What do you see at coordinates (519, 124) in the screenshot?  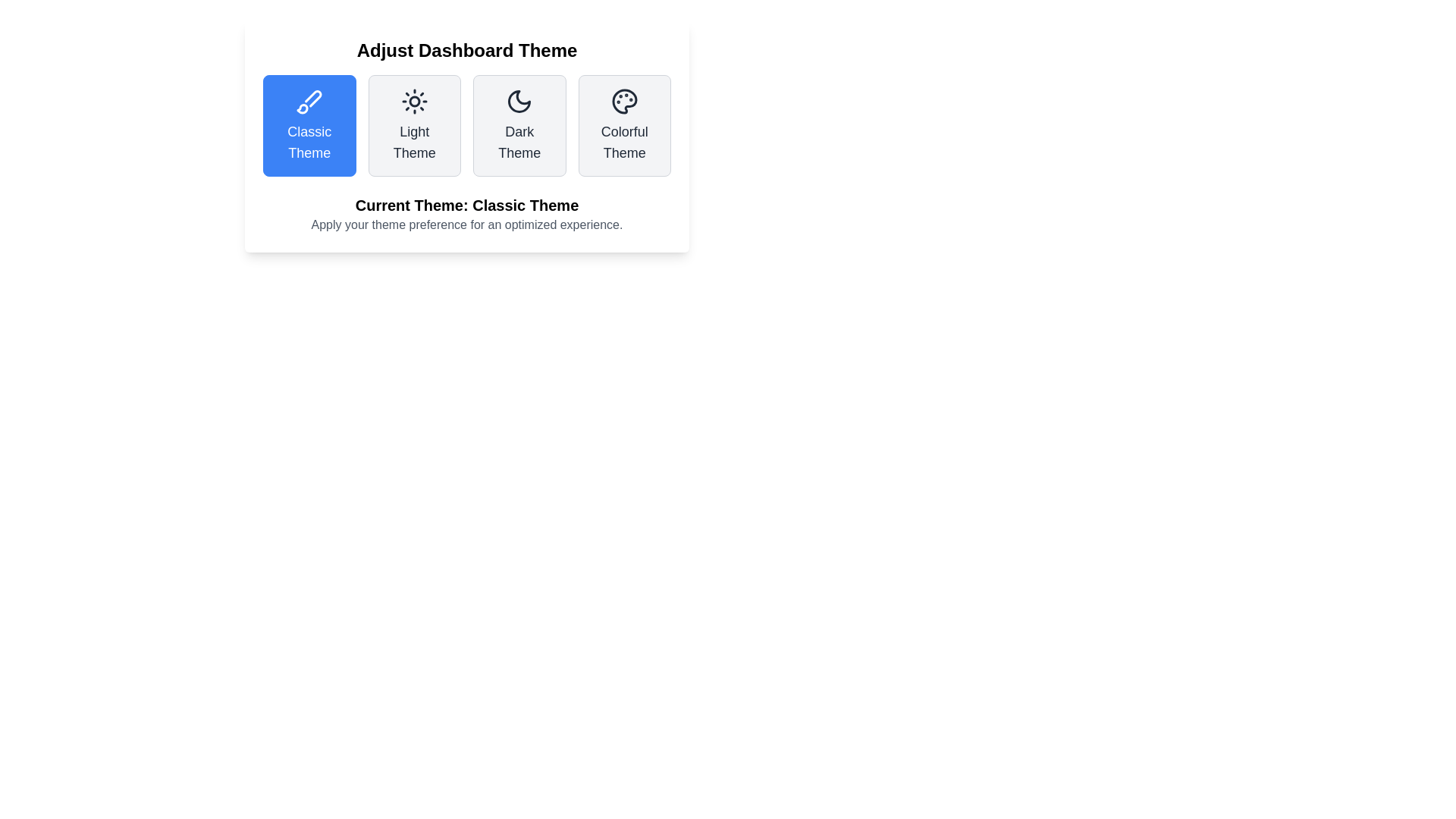 I see `the 'Dark Theme' button, which is a vertically-stacked rectangular button with a white background and a dark-gray crescent moon icon above bold text` at bounding box center [519, 124].